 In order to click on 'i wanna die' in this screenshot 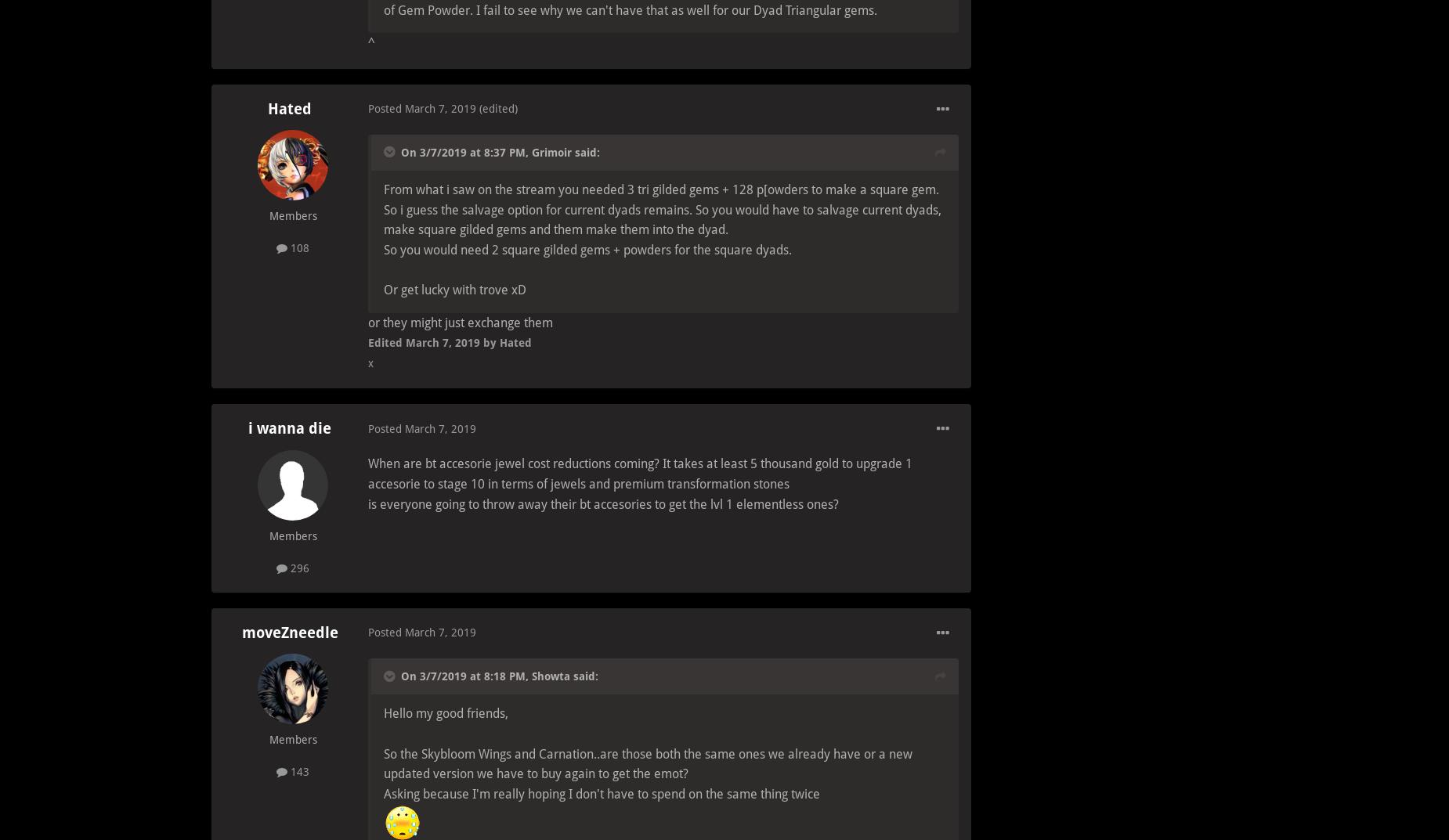, I will do `click(289, 428)`.